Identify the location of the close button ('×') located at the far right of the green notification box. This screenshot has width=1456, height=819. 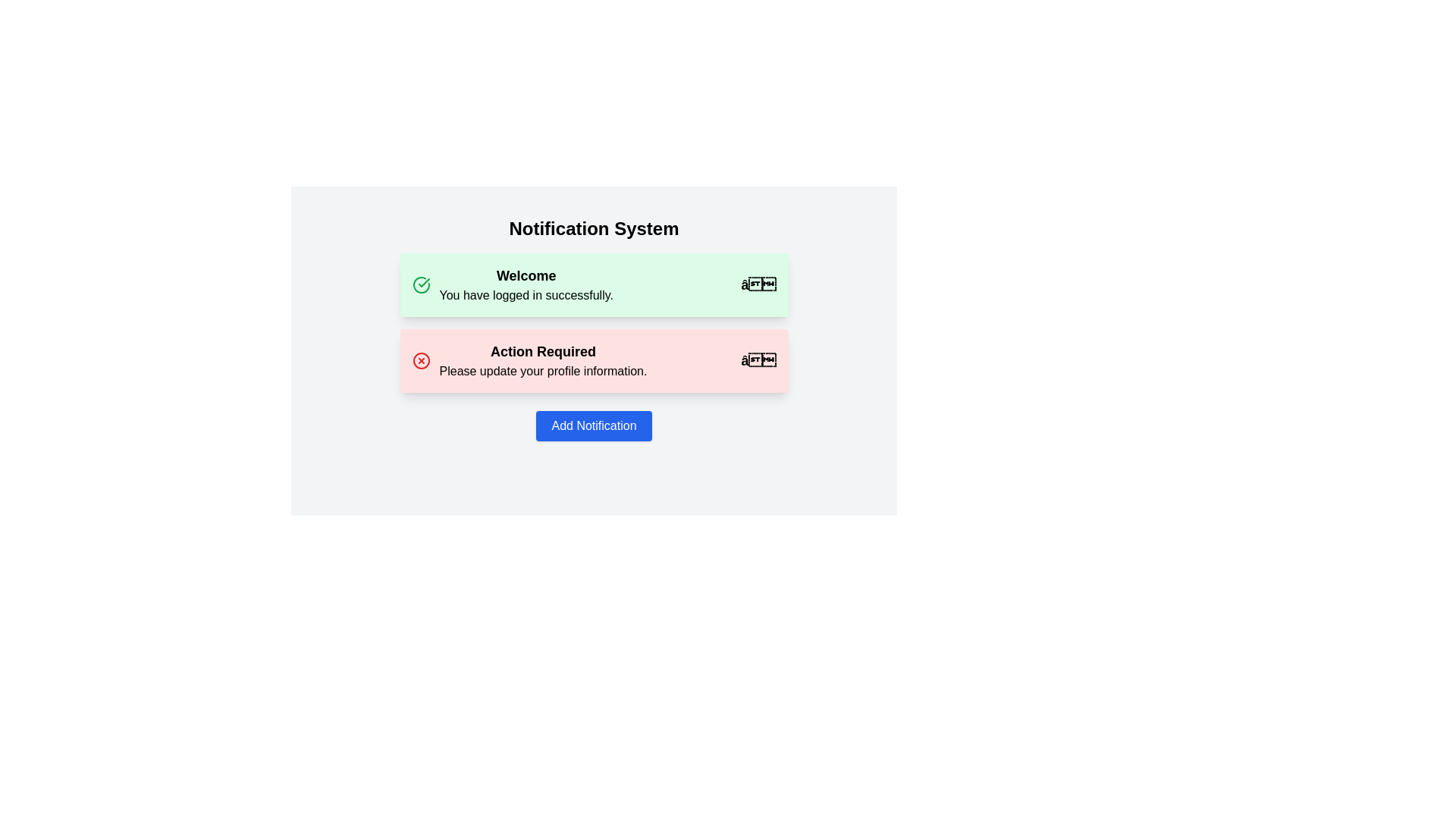
(758, 284).